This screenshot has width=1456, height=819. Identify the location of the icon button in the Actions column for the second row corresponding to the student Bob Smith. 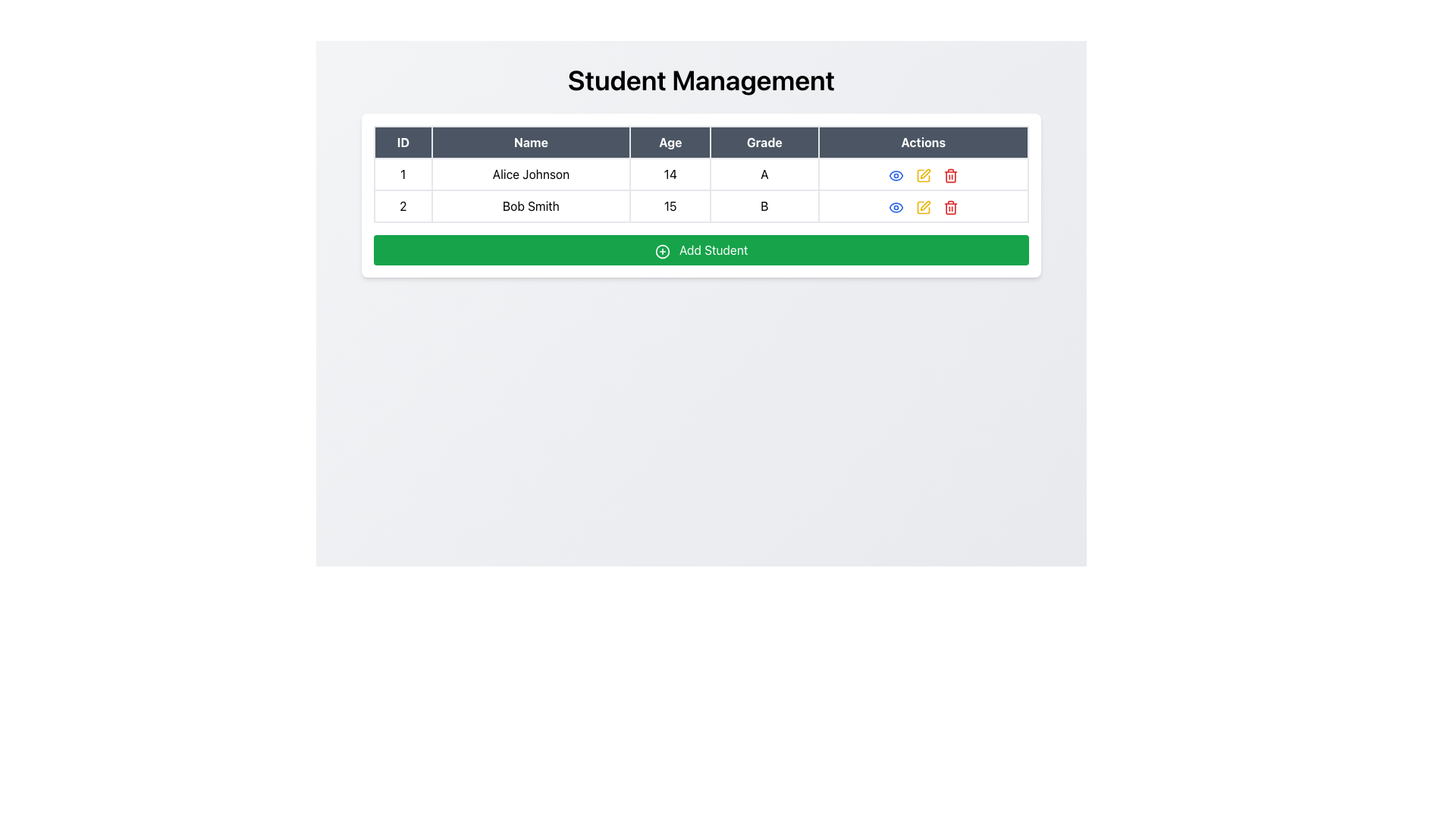
(896, 206).